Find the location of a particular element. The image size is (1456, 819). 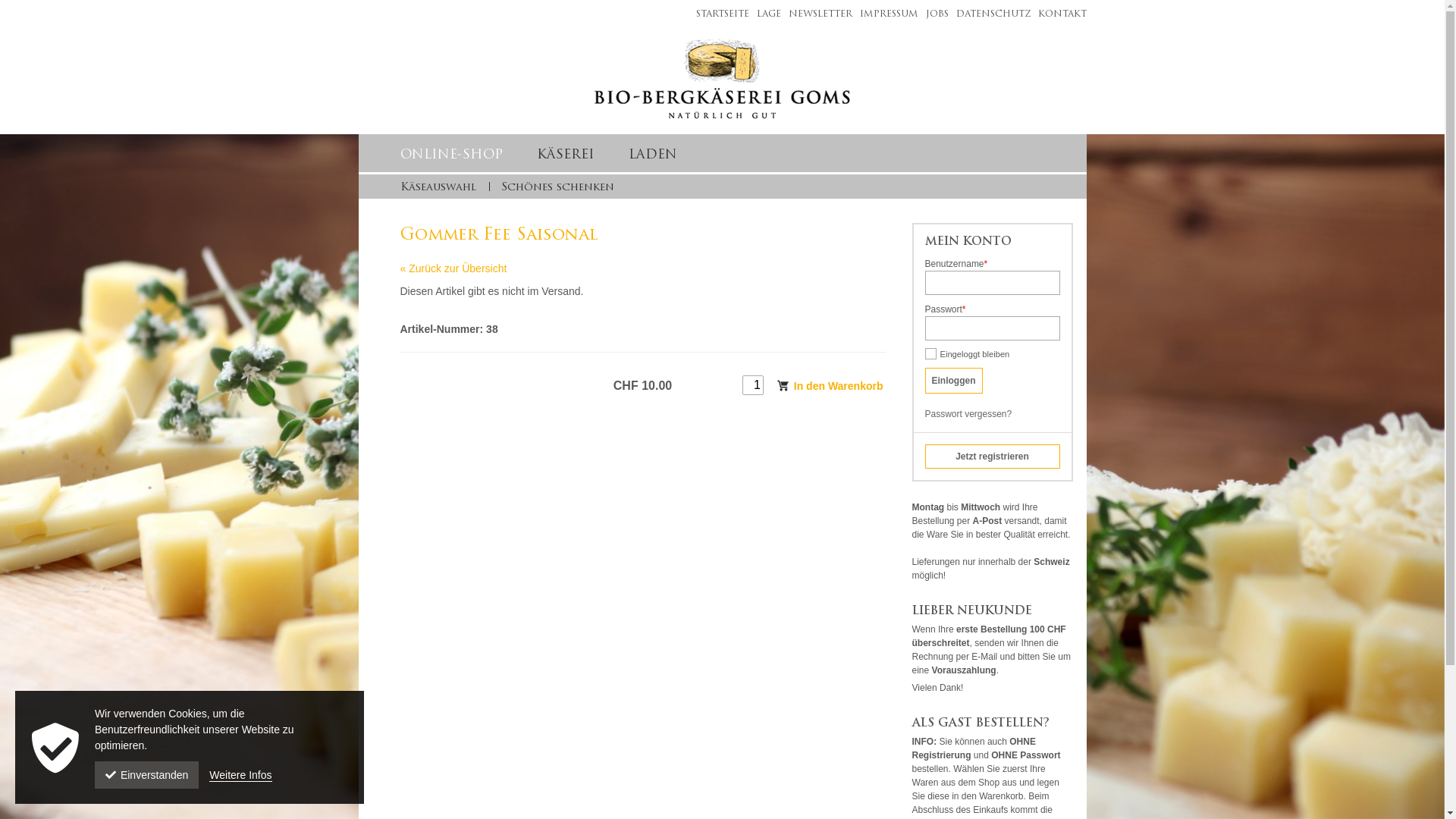

'KONTAKT' is located at coordinates (1057, 14).